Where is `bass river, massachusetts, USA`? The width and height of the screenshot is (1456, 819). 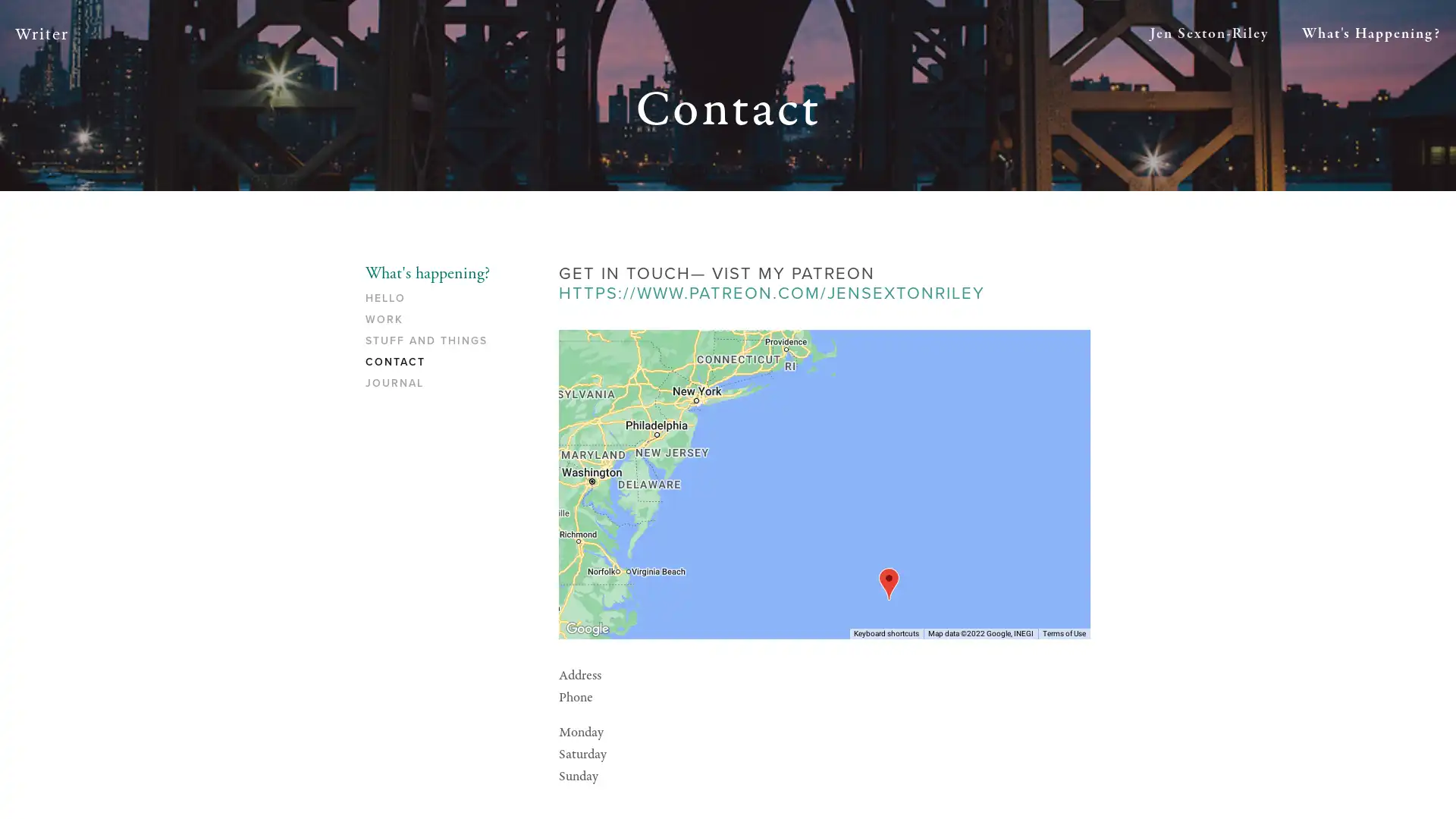
bass river, massachusetts, USA is located at coordinates (888, 582).